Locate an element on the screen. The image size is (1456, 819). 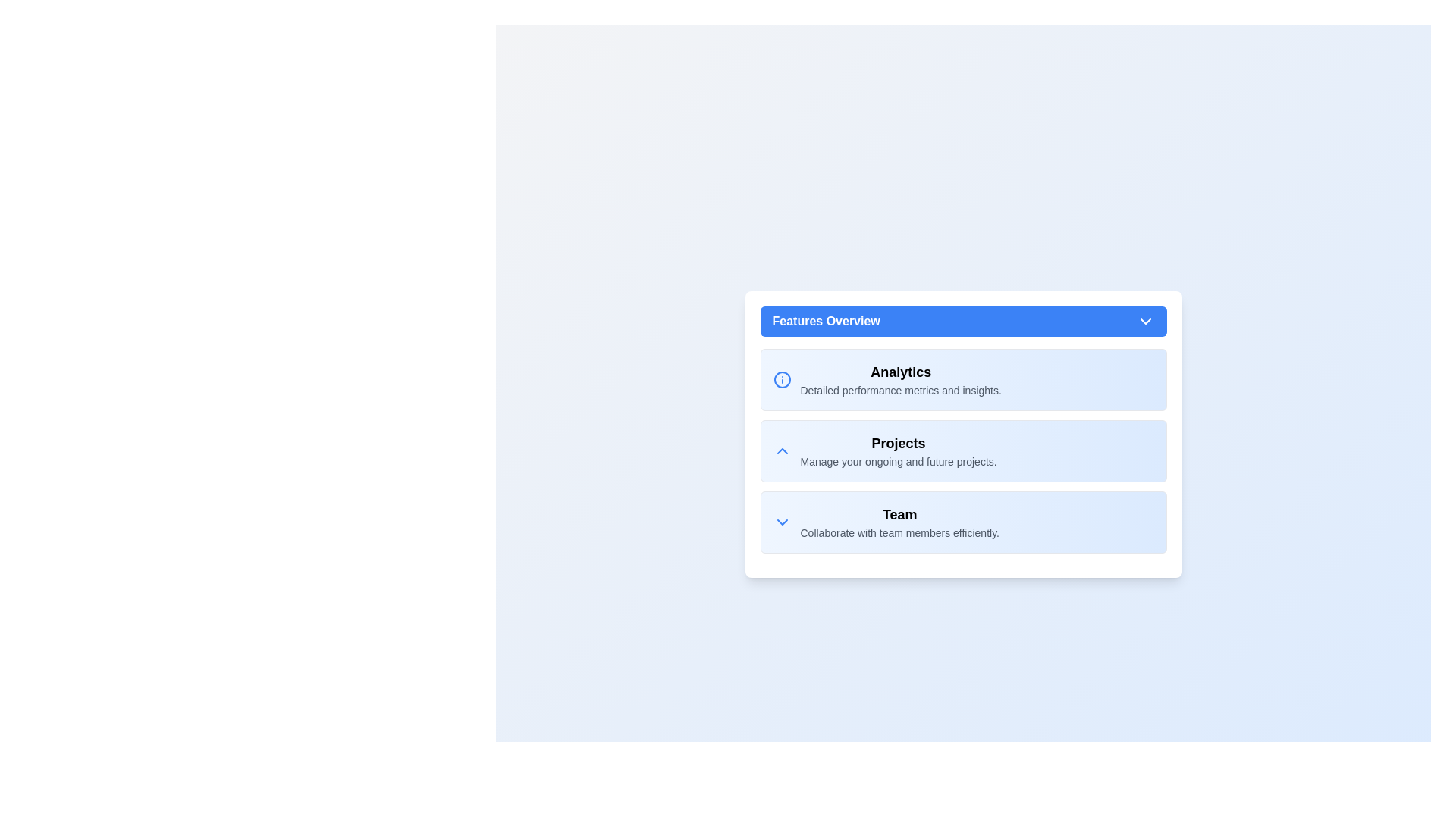
header text labeled 'Analytics' located centrally in the 'Features Overview' section, which serves as a title for the content below it is located at coordinates (901, 372).